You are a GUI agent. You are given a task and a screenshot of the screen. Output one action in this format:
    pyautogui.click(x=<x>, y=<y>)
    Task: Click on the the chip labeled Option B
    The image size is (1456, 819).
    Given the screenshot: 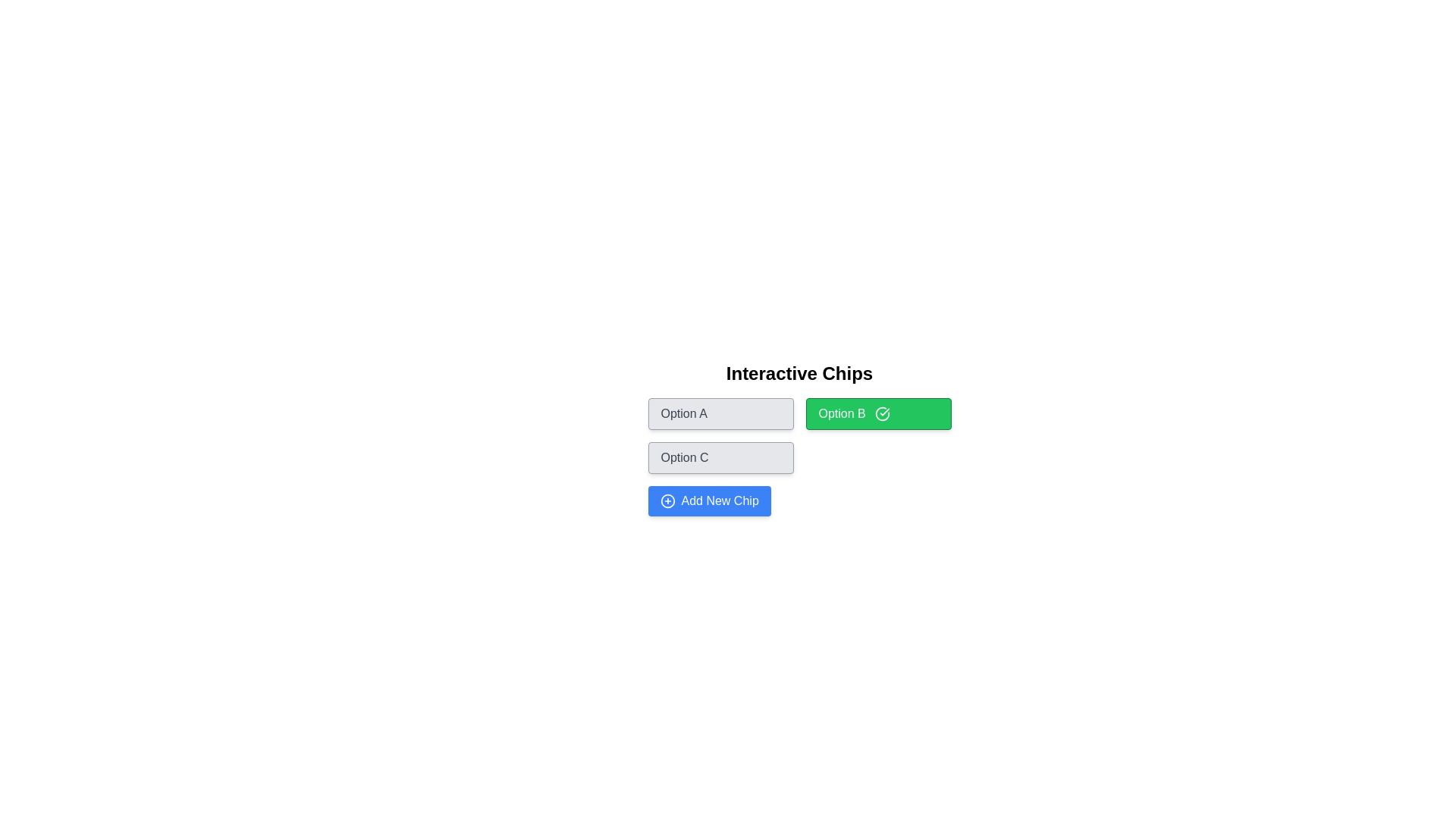 What is the action you would take?
    pyautogui.click(x=878, y=414)
    